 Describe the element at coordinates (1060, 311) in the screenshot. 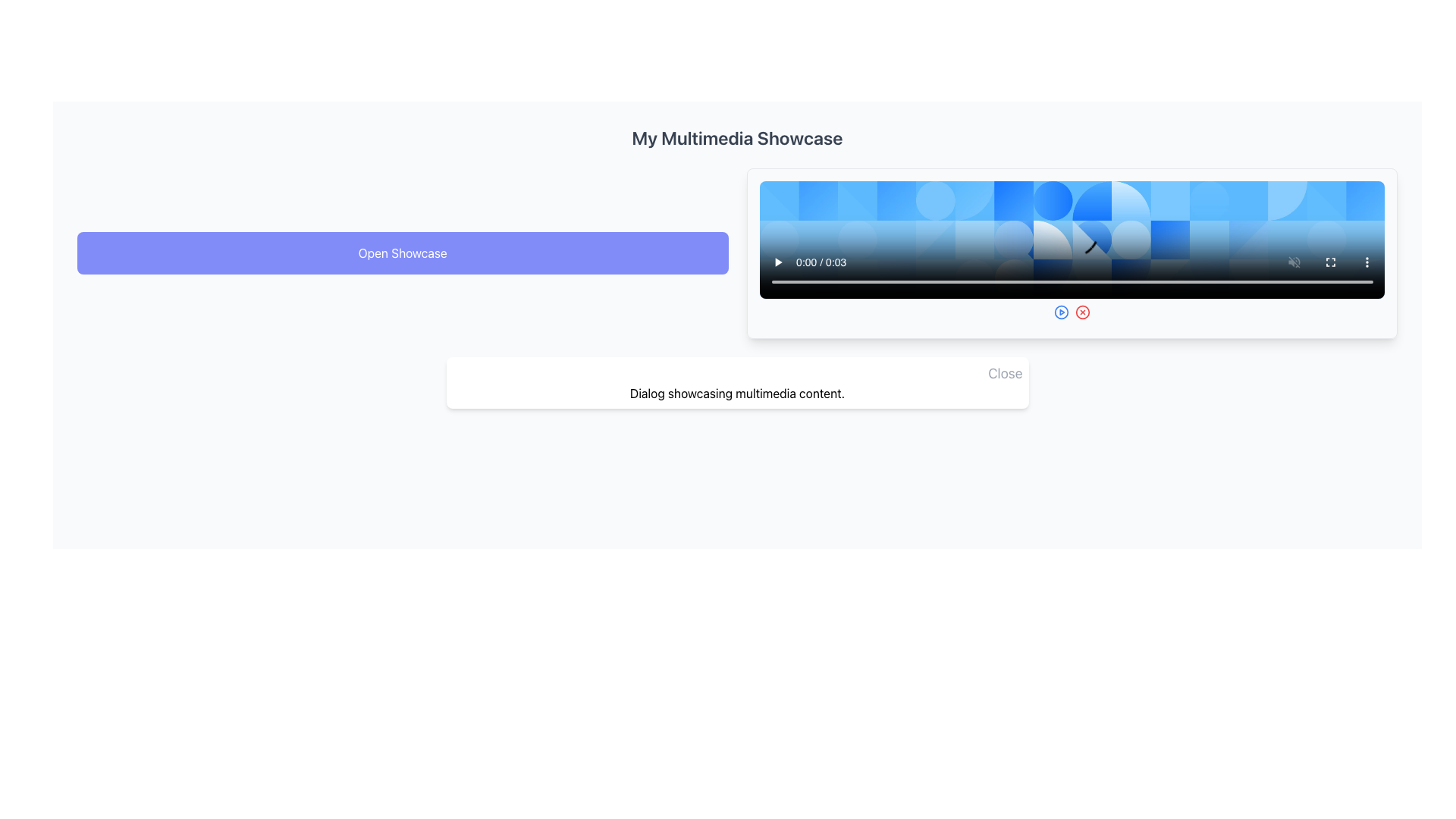

I see `the circular play button with a blue border and triangular play symbol` at that location.